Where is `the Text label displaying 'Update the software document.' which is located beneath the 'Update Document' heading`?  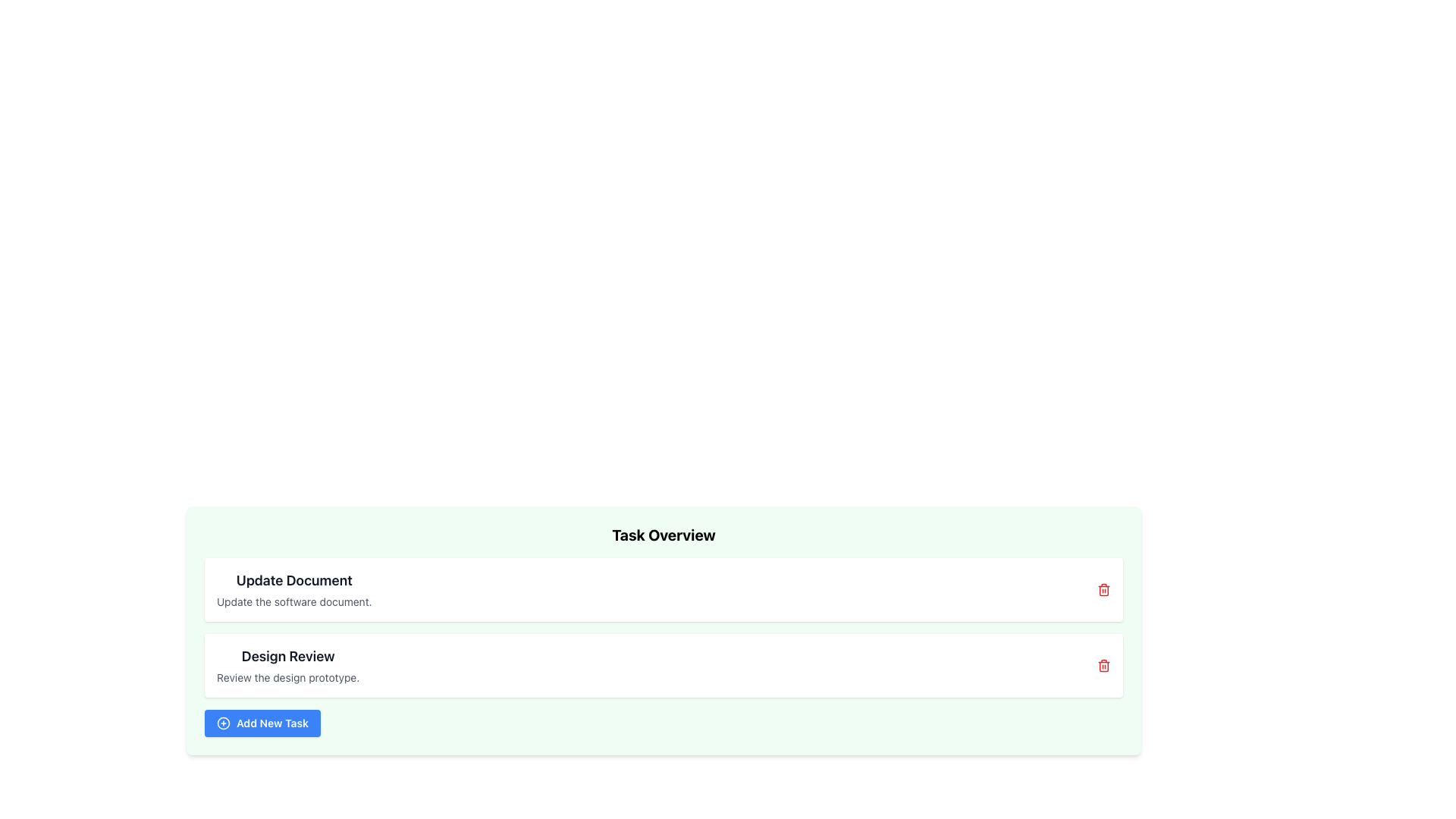 the Text label displaying 'Update the software document.' which is located beneath the 'Update Document' heading is located at coordinates (294, 601).